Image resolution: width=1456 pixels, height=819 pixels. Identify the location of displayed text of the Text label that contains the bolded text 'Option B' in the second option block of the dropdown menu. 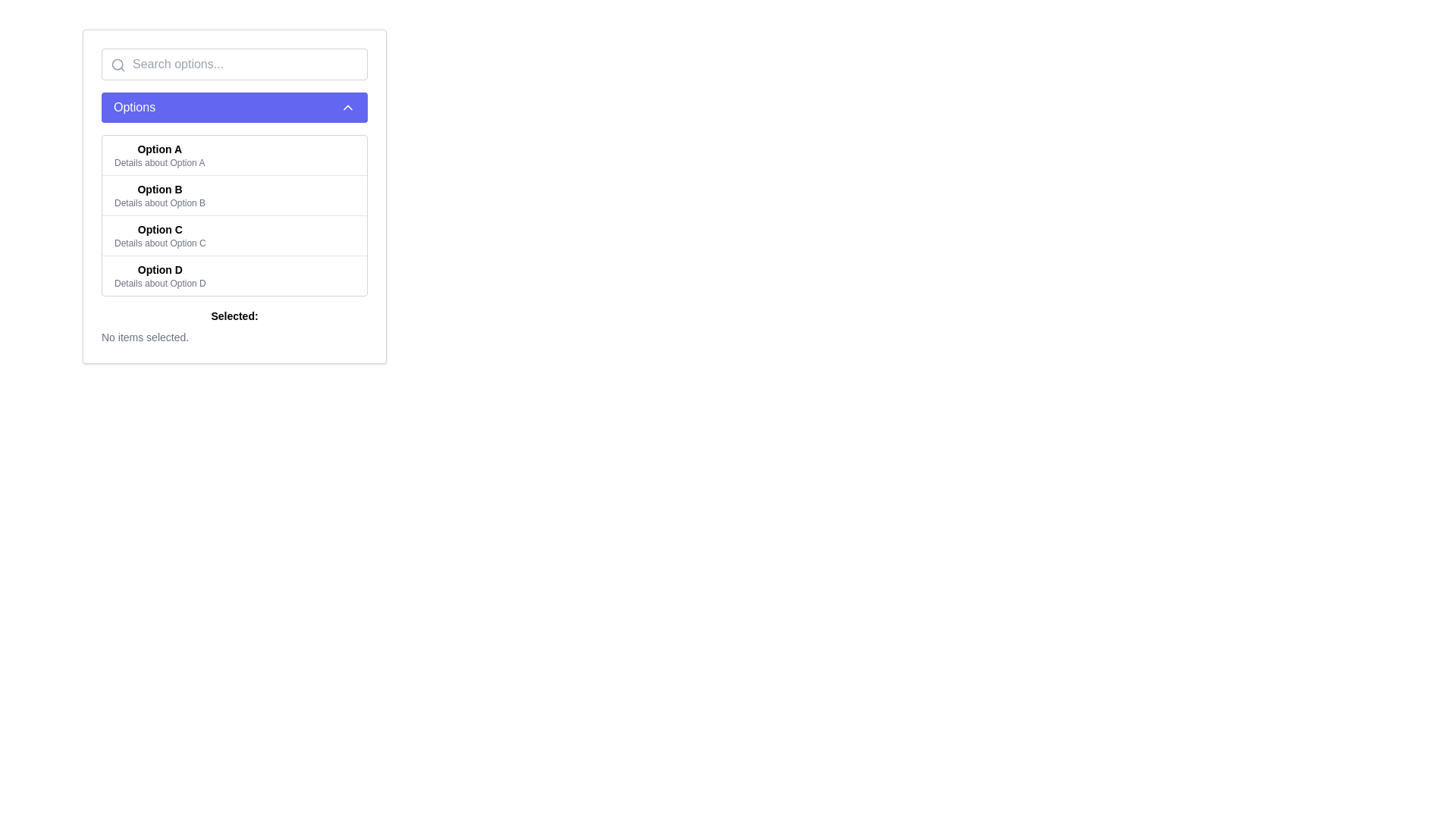
(160, 189).